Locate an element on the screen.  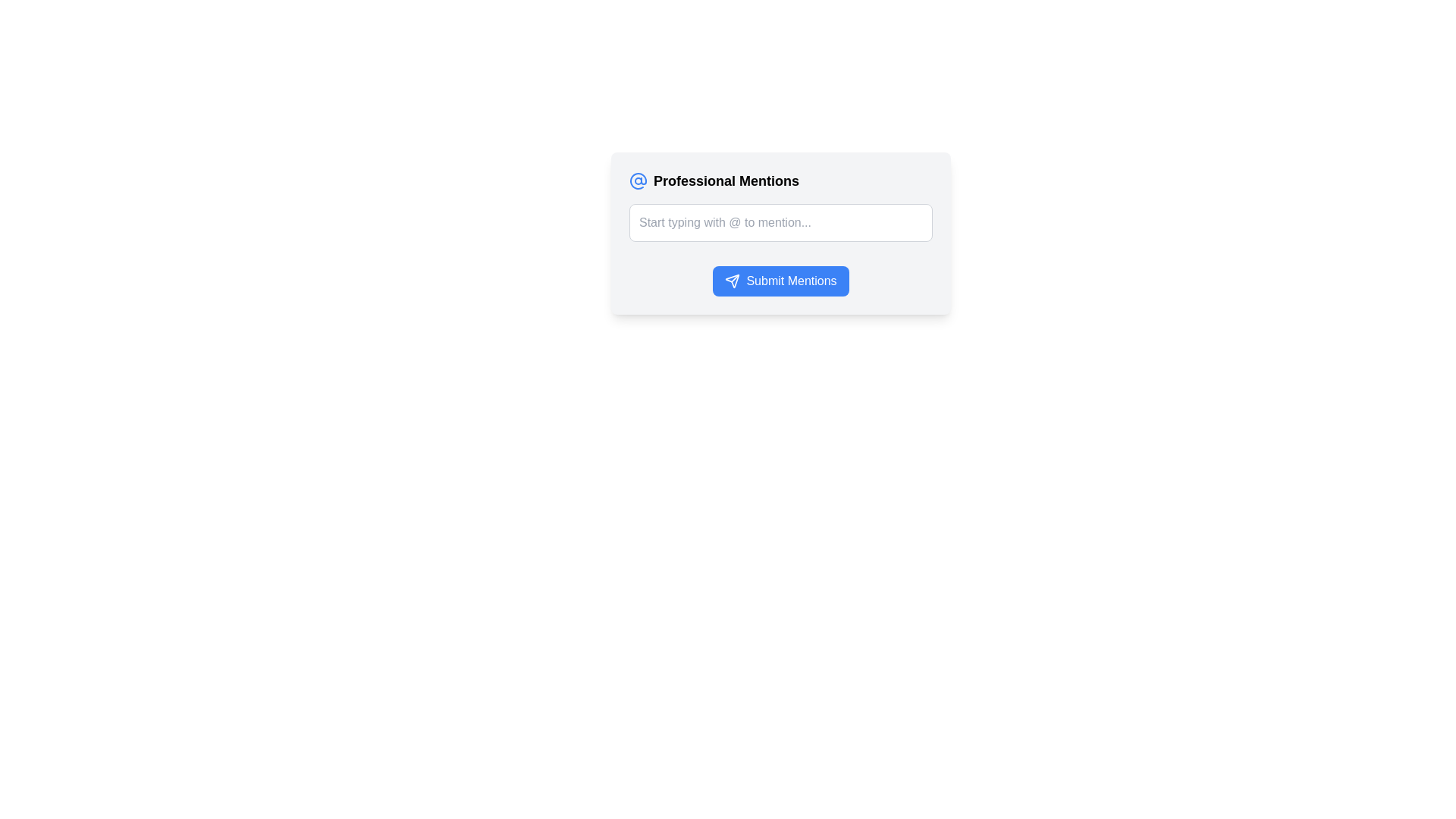
the text input box for mentions located centrally below the 'Professional Mentions' heading and above the 'Submit Mentions' button to focus on it is located at coordinates (781, 234).